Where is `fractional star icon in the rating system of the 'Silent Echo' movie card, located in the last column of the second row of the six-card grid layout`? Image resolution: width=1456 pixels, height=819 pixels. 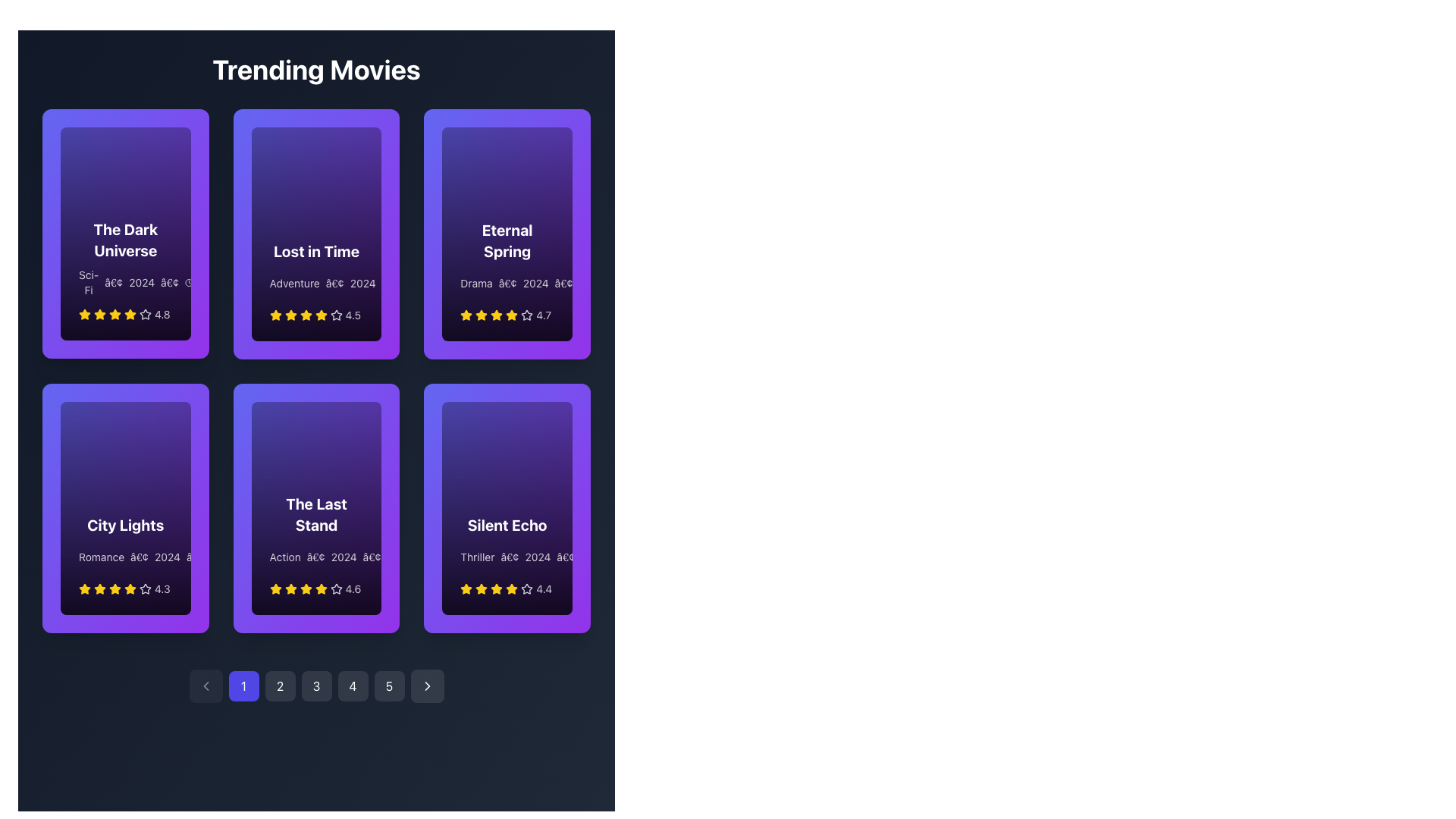
fractional star icon in the rating system of the 'Silent Echo' movie card, located in the last column of the second row of the six-card grid layout is located at coordinates (512, 588).